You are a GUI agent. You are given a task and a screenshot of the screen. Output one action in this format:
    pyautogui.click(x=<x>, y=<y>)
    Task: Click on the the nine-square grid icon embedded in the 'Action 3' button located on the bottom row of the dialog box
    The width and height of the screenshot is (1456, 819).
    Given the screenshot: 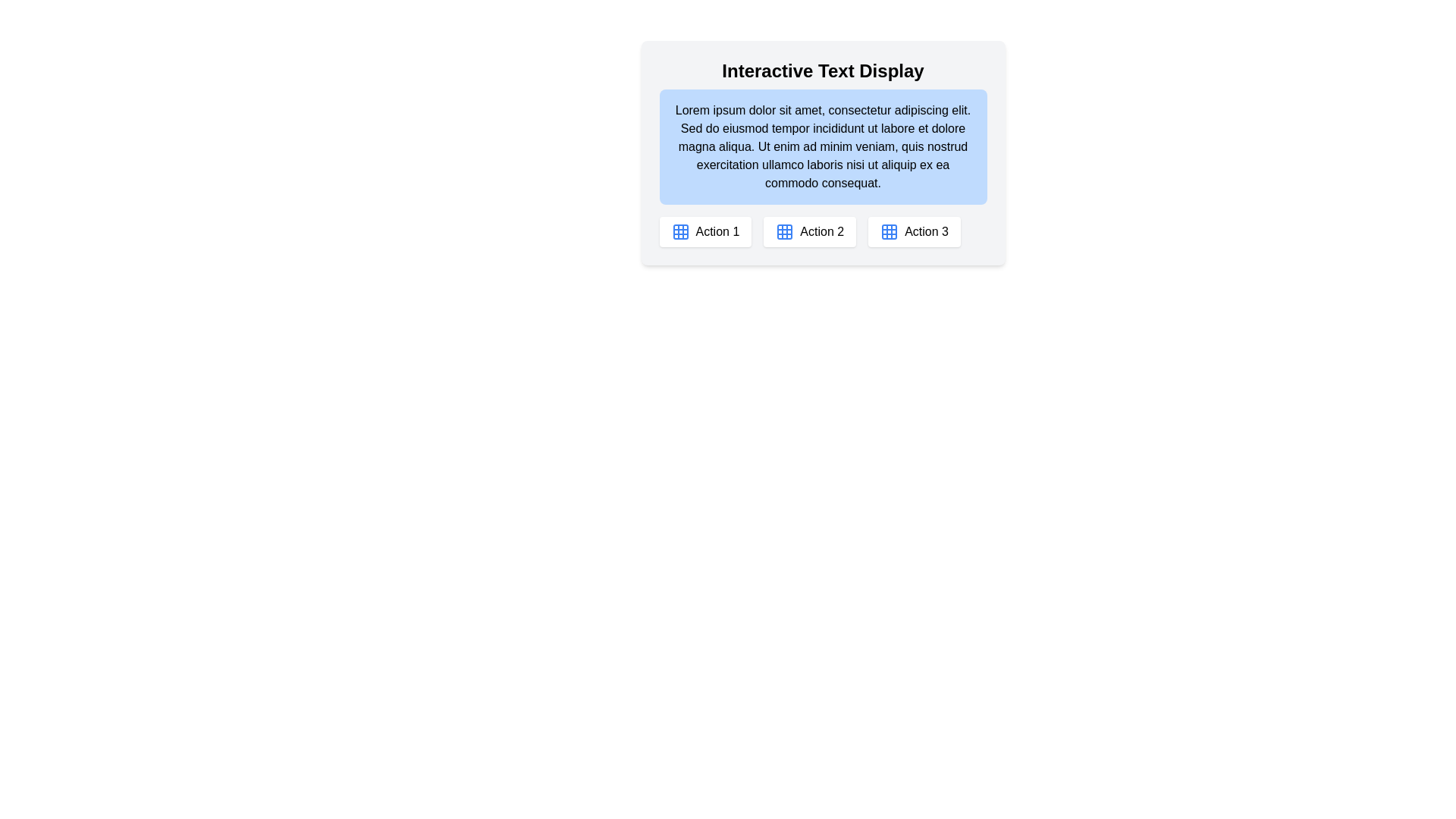 What is the action you would take?
    pyautogui.click(x=890, y=231)
    